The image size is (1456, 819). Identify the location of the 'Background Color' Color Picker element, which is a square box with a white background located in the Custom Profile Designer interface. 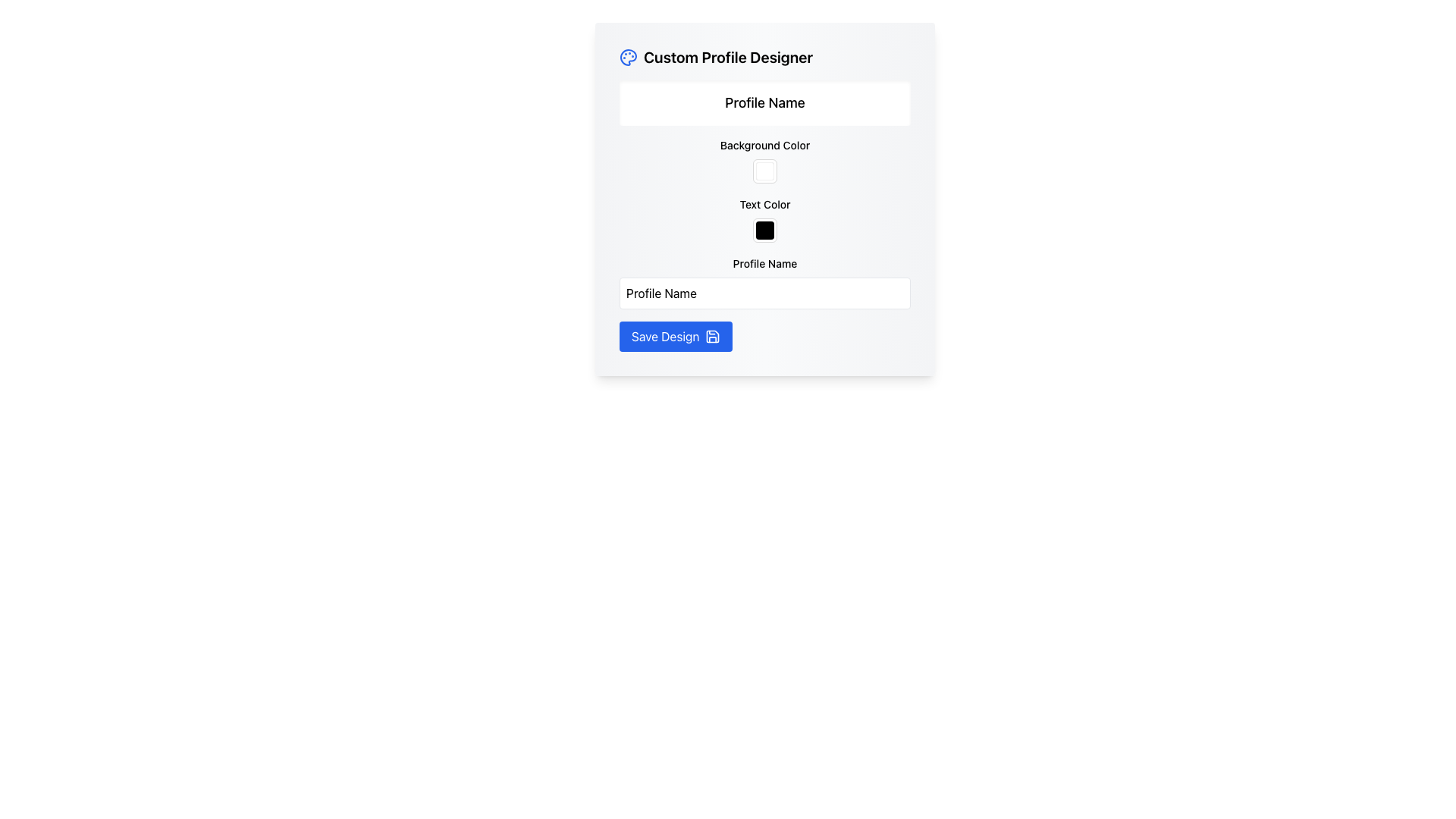
(764, 161).